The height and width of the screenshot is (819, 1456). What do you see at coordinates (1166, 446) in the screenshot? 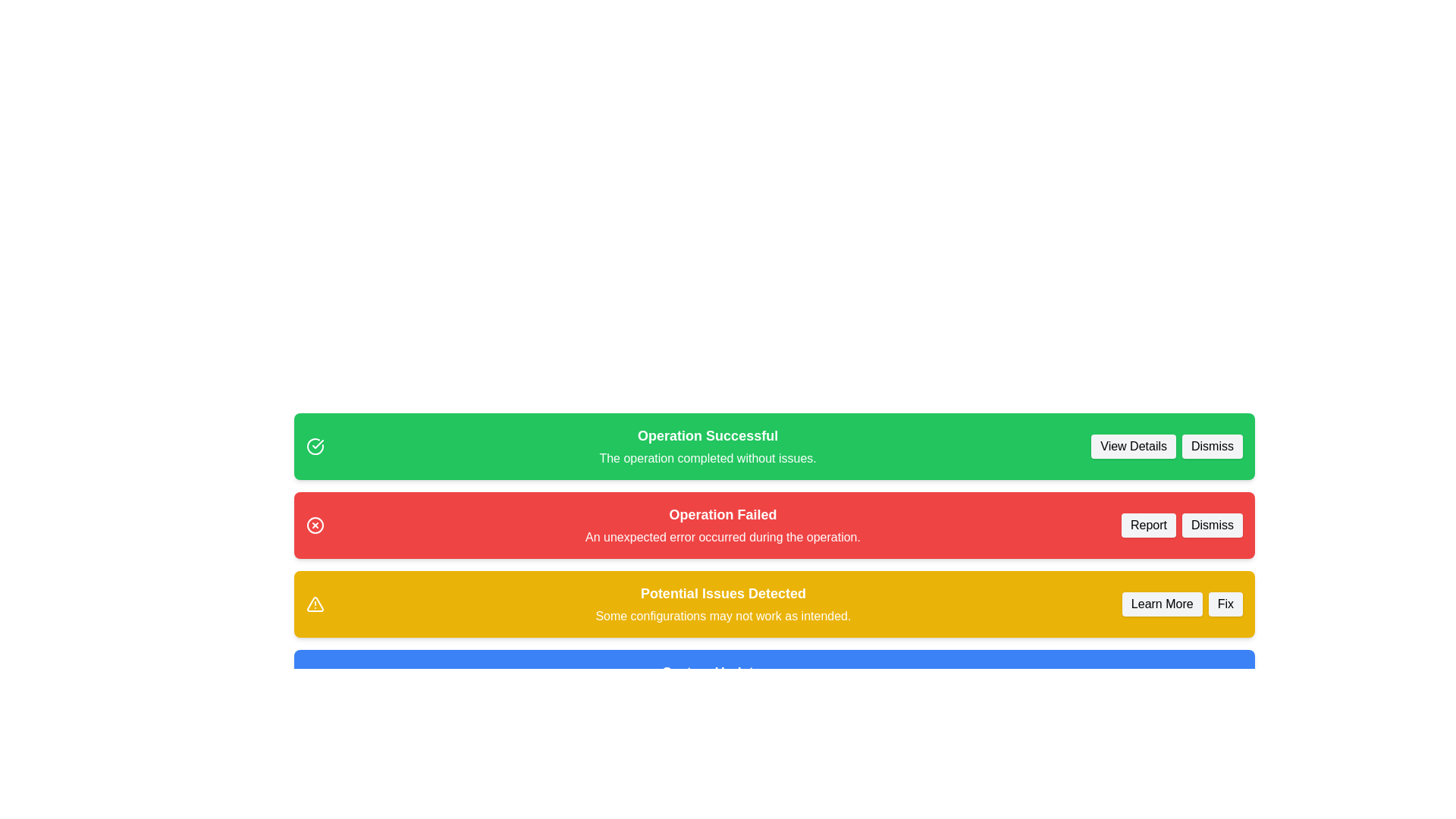
I see `the 'View Details' button located on the right side of the green alert box labeled 'Operation Successful'` at bounding box center [1166, 446].